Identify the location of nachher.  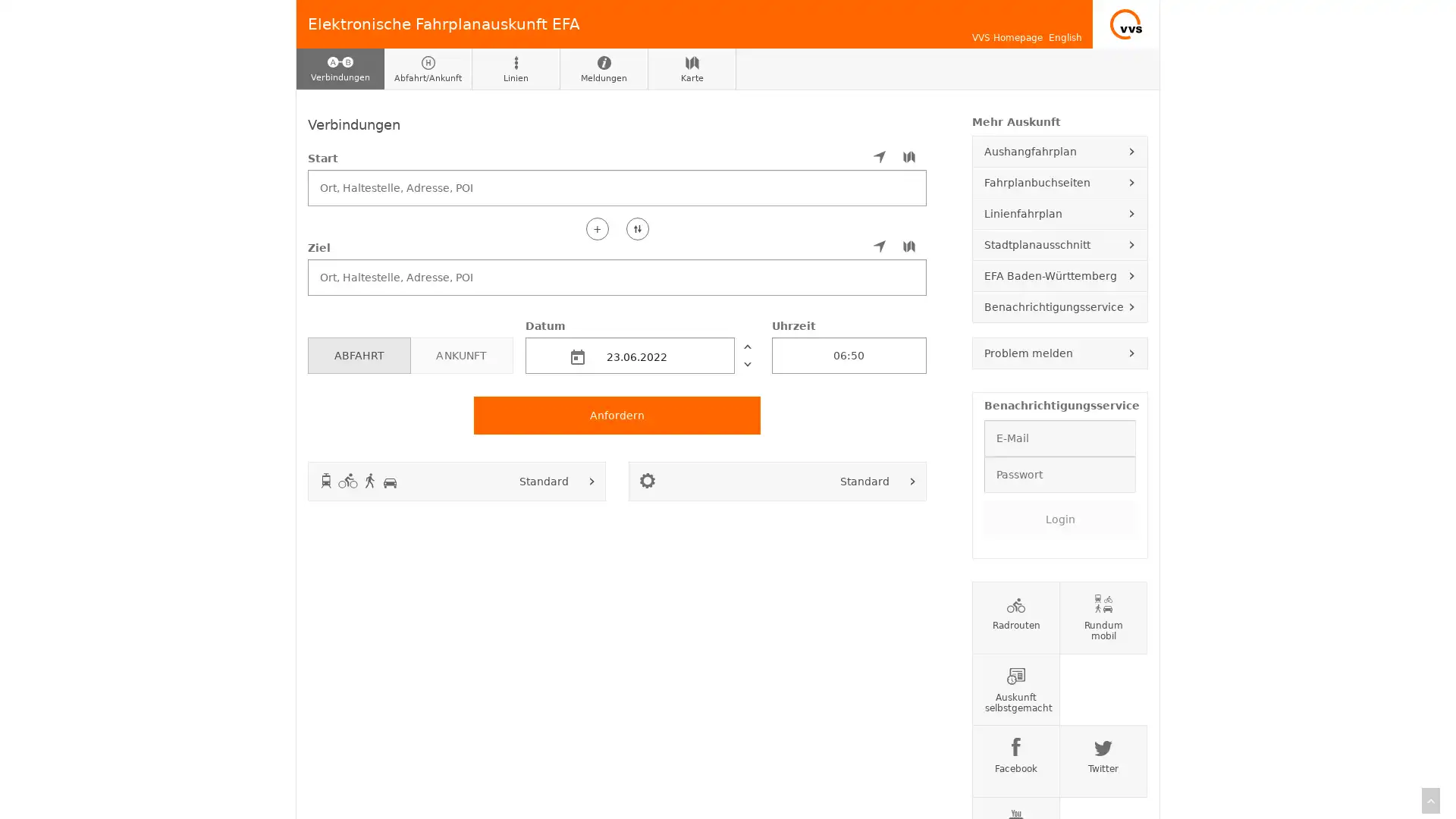
(746, 363).